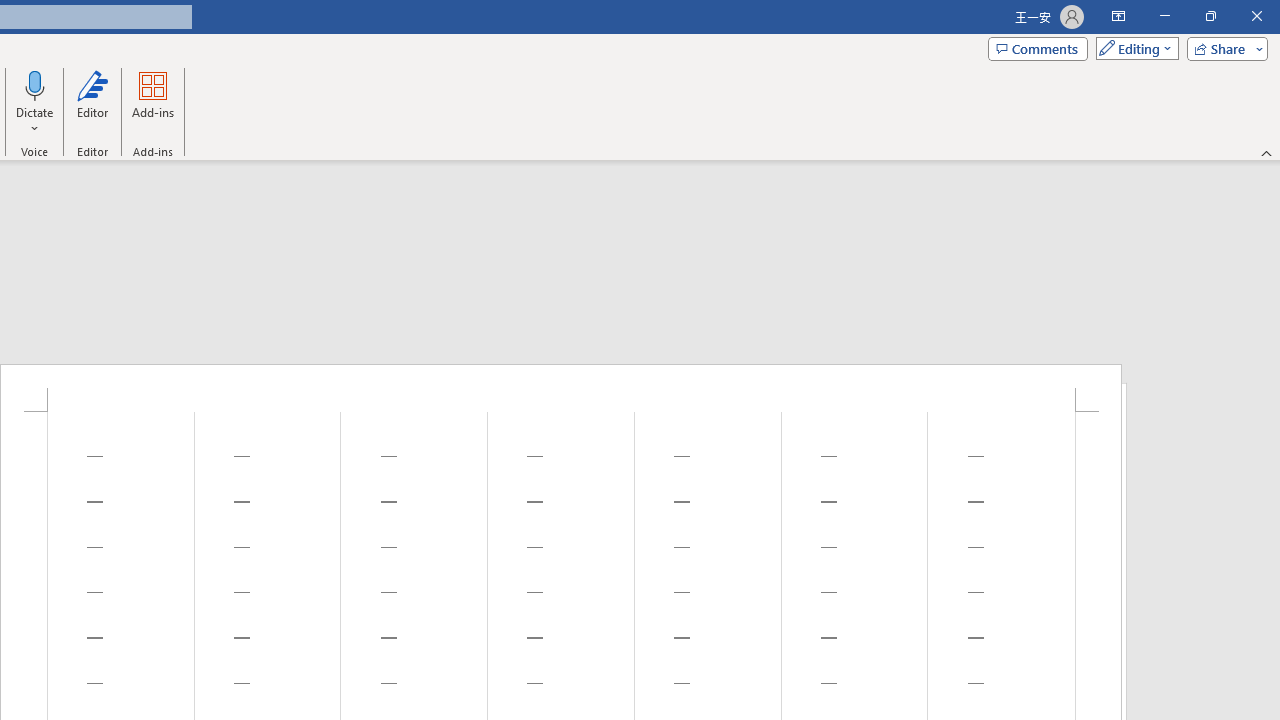 This screenshot has width=1280, height=720. Describe the element at coordinates (1266, 152) in the screenshot. I see `'Collapse the Ribbon'` at that location.